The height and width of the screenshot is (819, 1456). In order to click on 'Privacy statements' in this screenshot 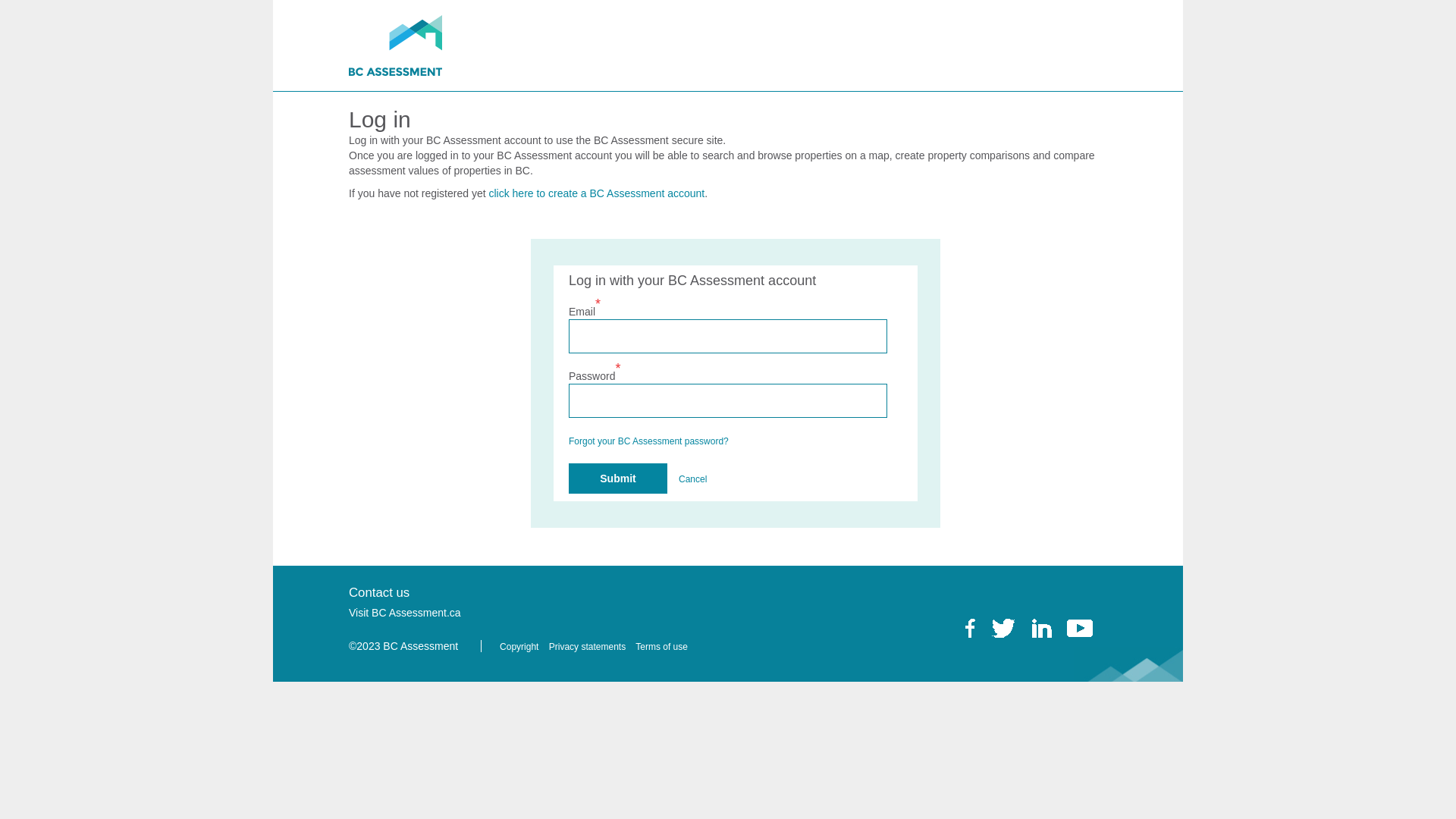, I will do `click(590, 646)`.